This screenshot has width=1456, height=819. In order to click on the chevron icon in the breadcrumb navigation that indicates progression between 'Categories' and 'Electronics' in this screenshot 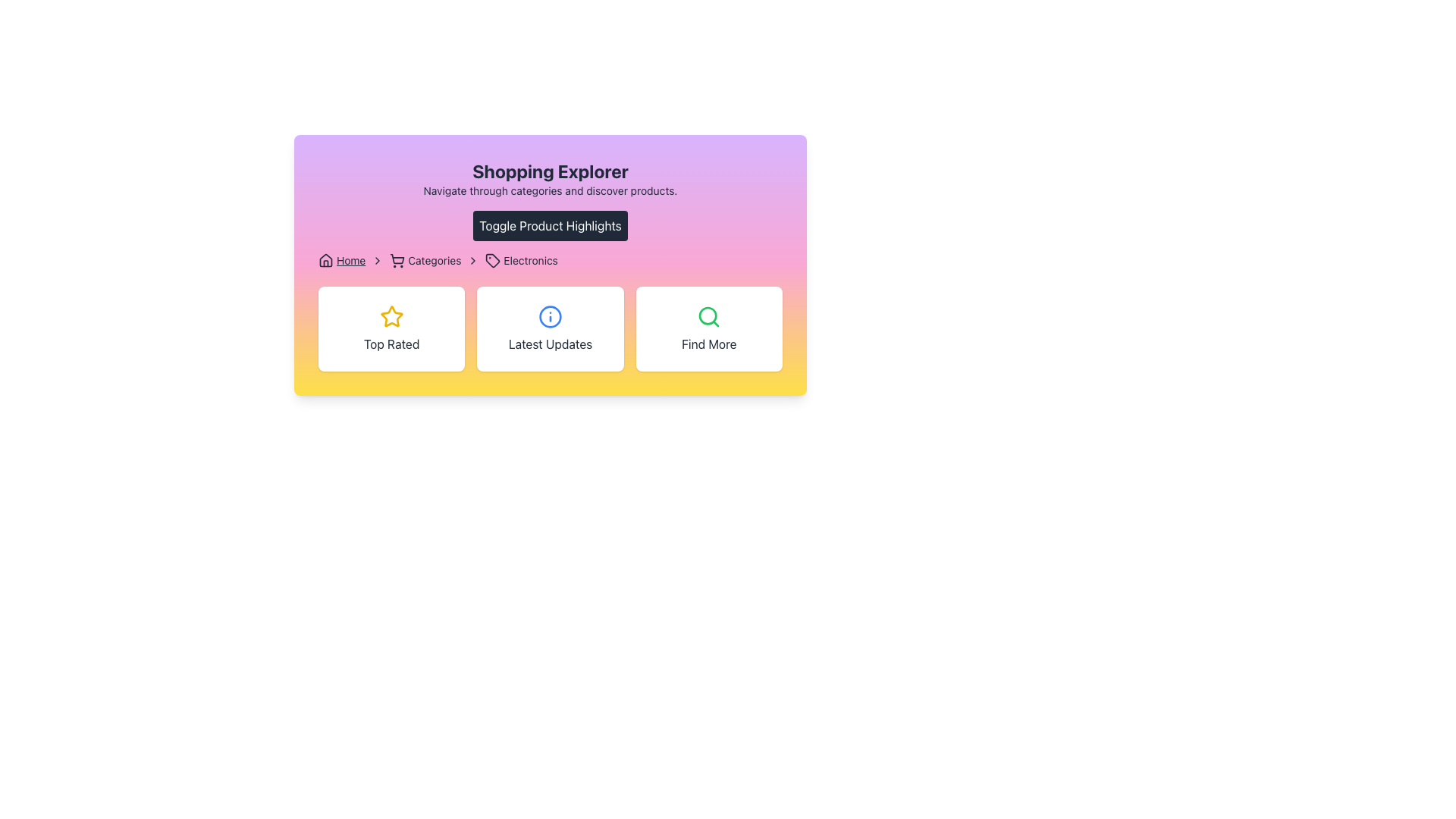, I will do `click(472, 259)`.